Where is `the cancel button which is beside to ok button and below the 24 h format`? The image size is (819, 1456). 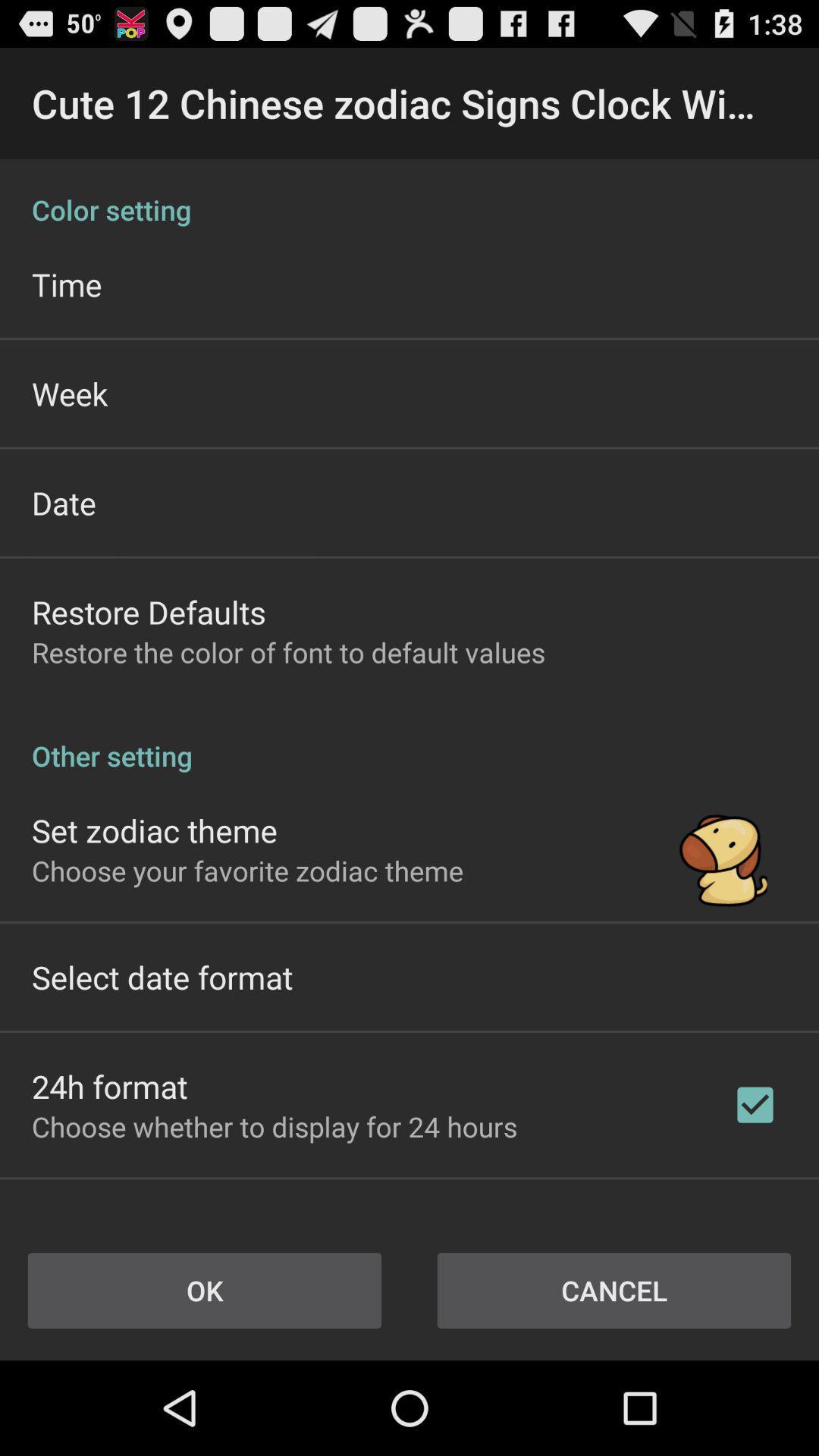 the cancel button which is beside to ok button and below the 24 h format is located at coordinates (614, 1290).